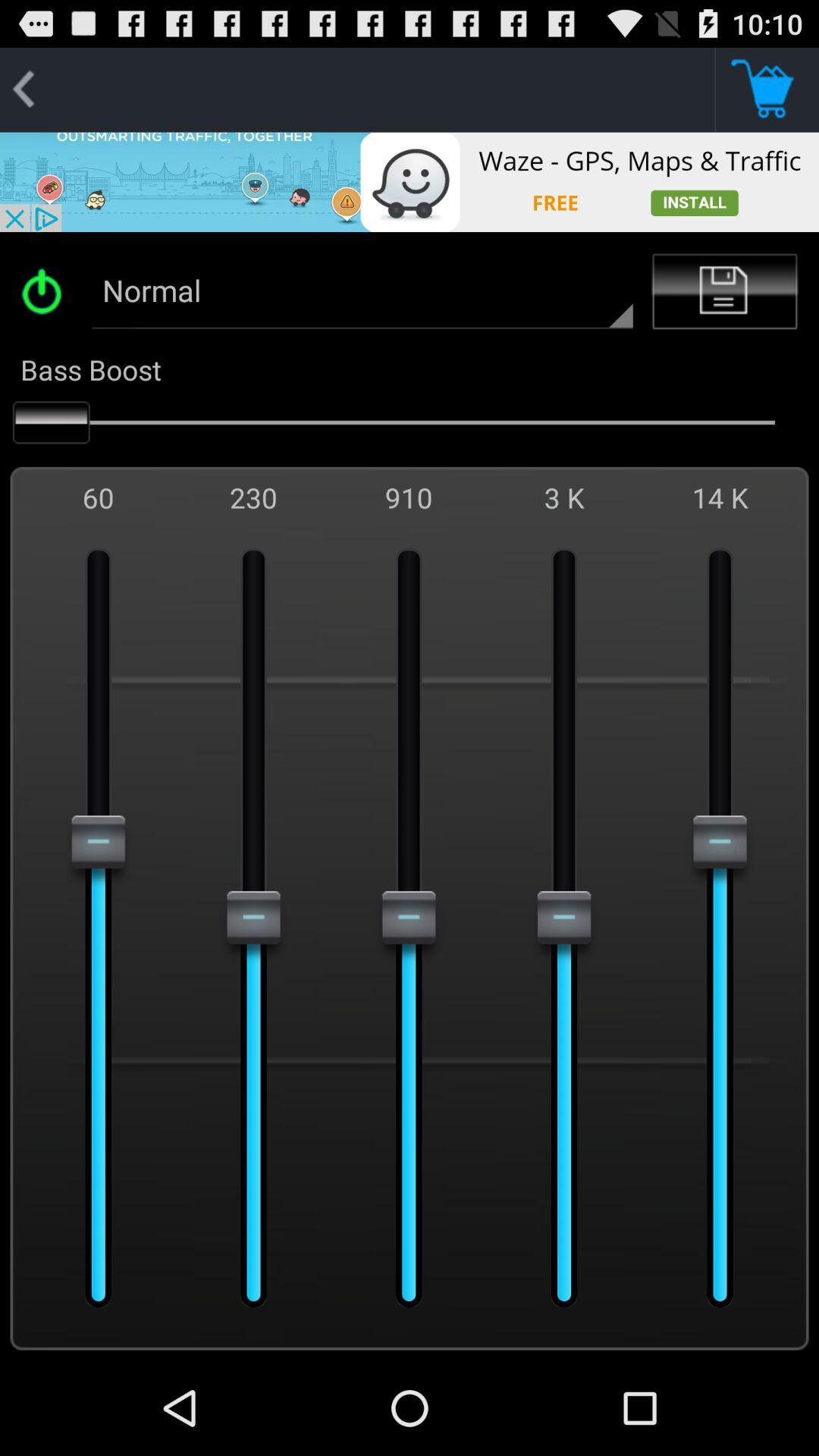  What do you see at coordinates (46, 291) in the screenshot?
I see `sound effect` at bounding box center [46, 291].